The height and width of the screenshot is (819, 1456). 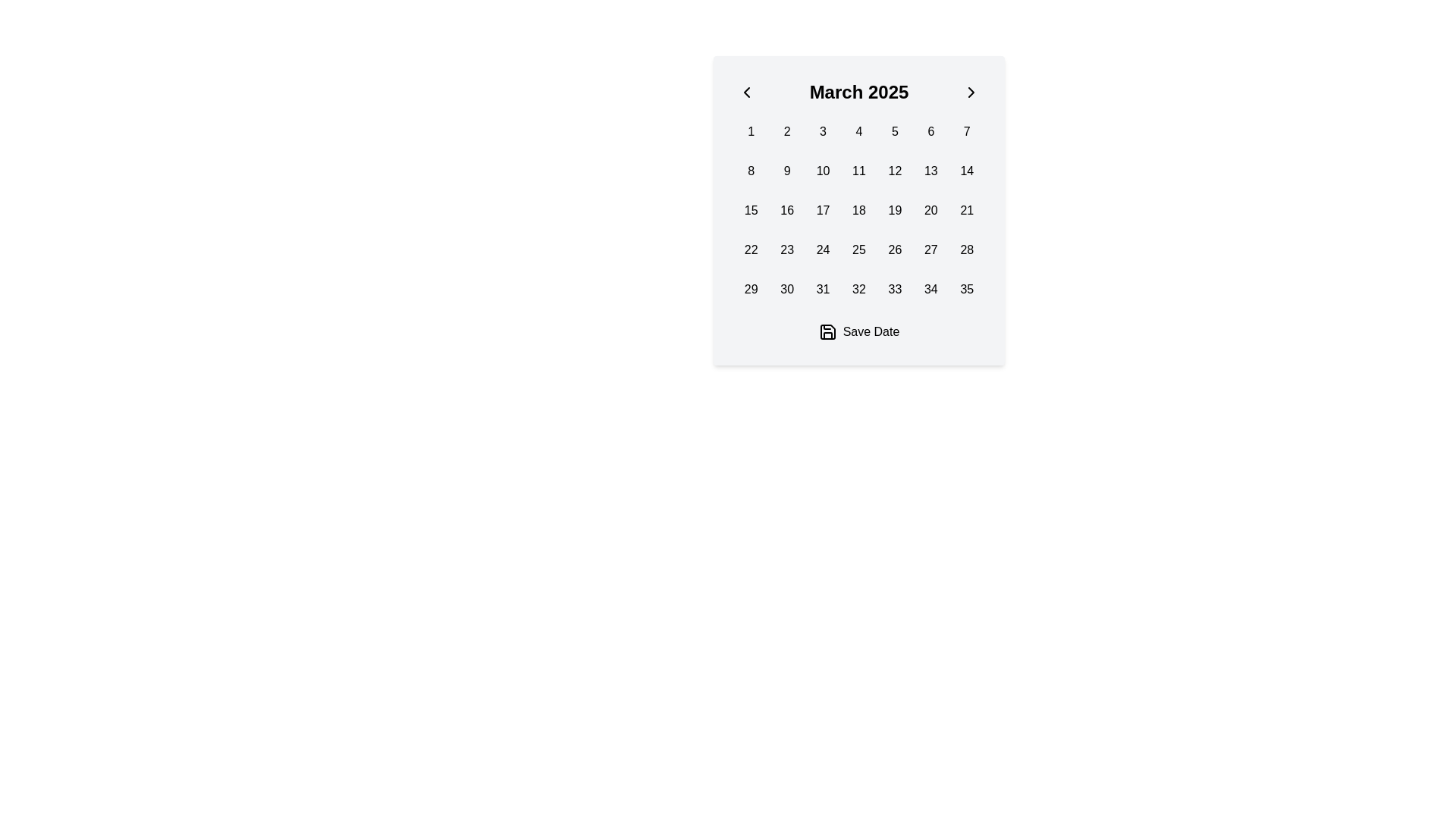 I want to click on the 'Save Date' icon that indicates the functionality of saving a date, so click(x=827, y=331).